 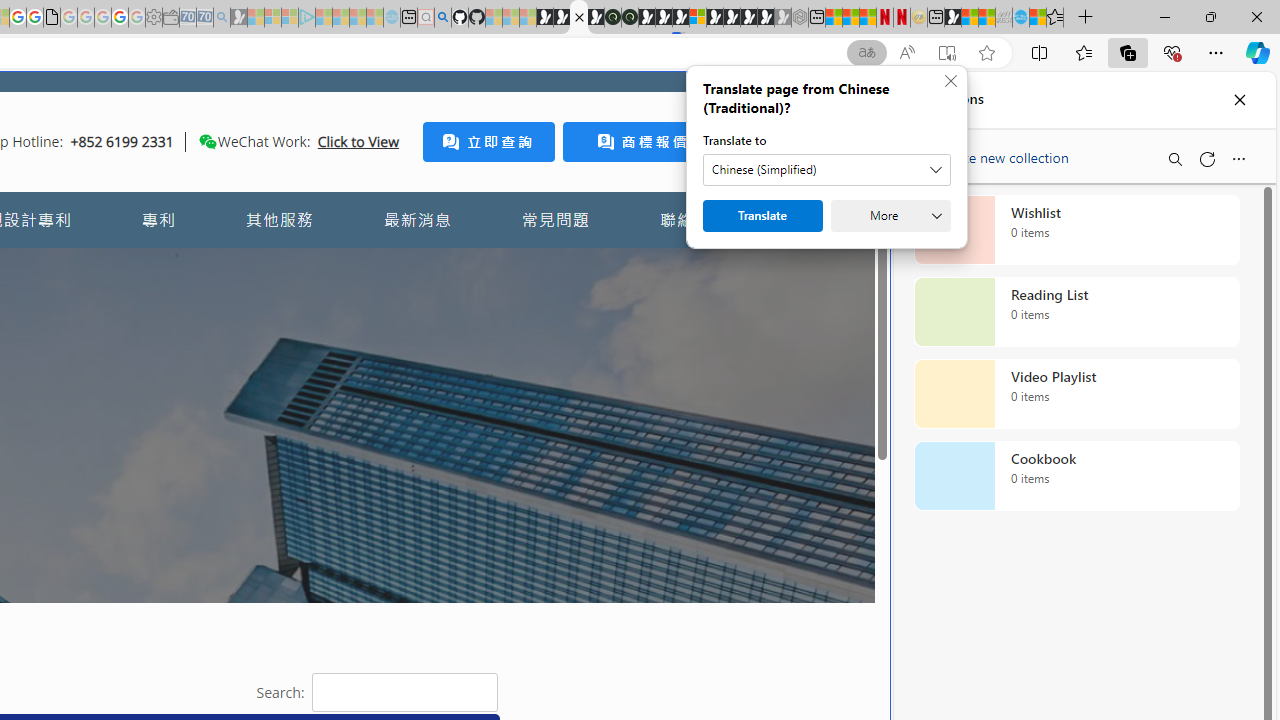 I want to click on 'Microsoft Start Gaming - Sleeping', so click(x=238, y=17).